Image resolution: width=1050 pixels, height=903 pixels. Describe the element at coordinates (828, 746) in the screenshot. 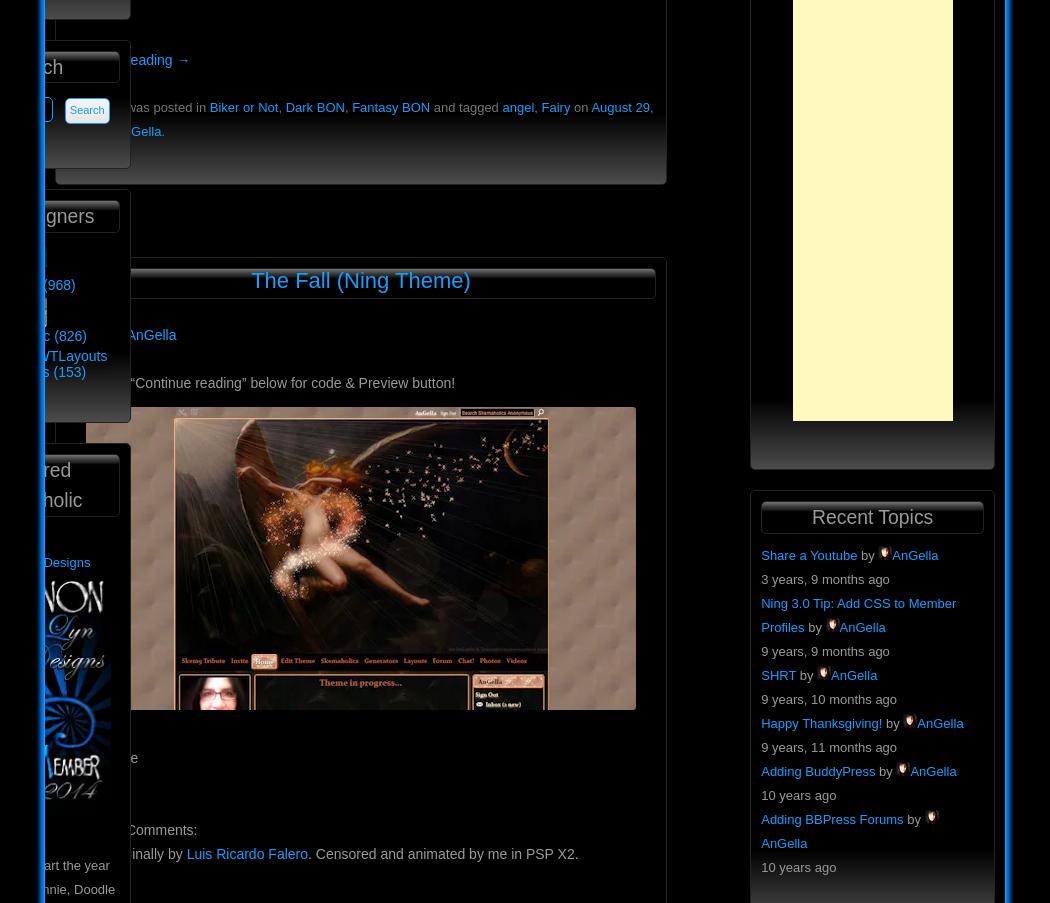

I see `'9 years, 11 months ago'` at that location.